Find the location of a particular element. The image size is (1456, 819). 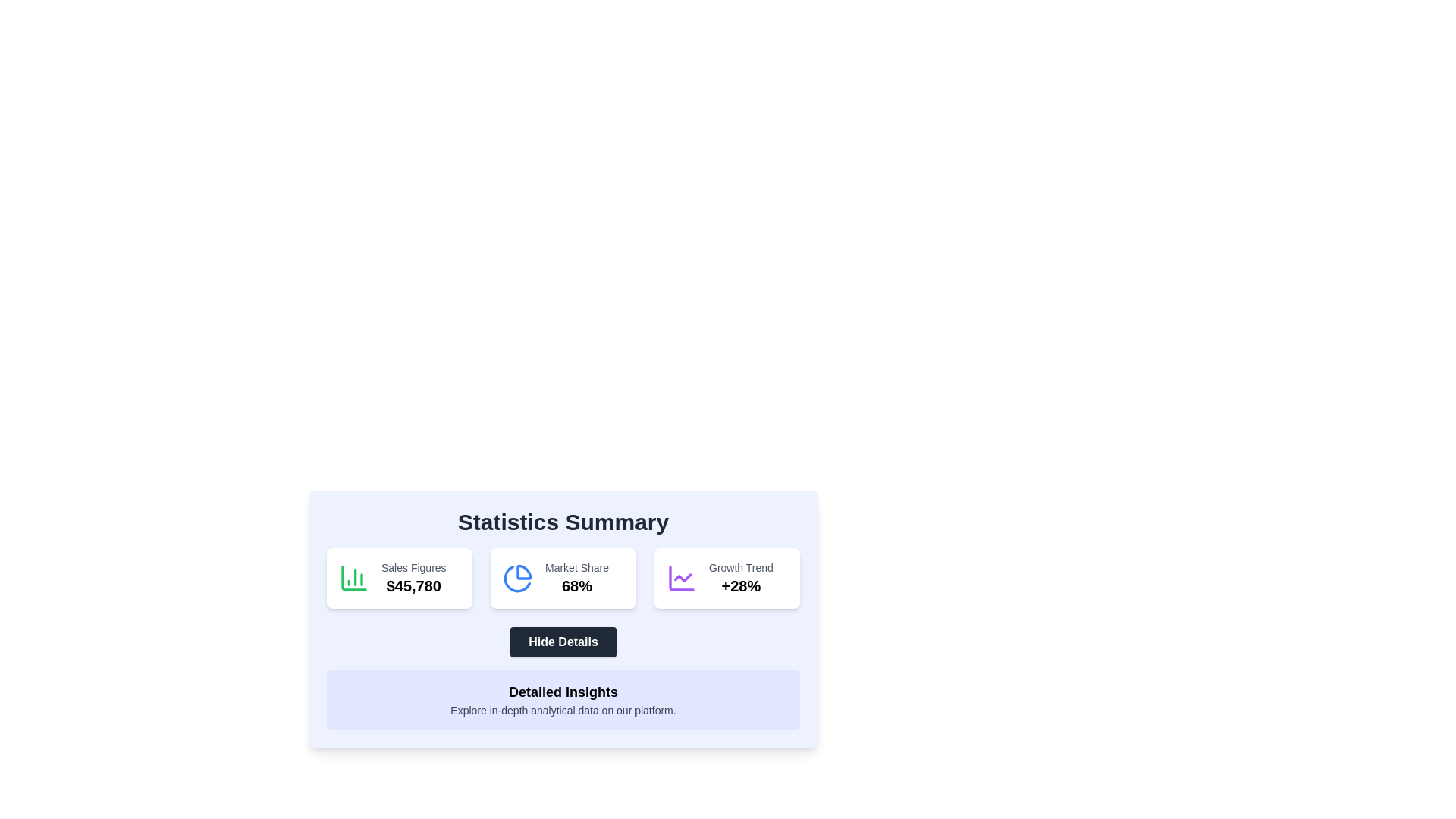

the Text Display element that shows the bold percentage '+28%' and the subtitle 'Growth Trend' within the statistics summary section is located at coordinates (741, 579).